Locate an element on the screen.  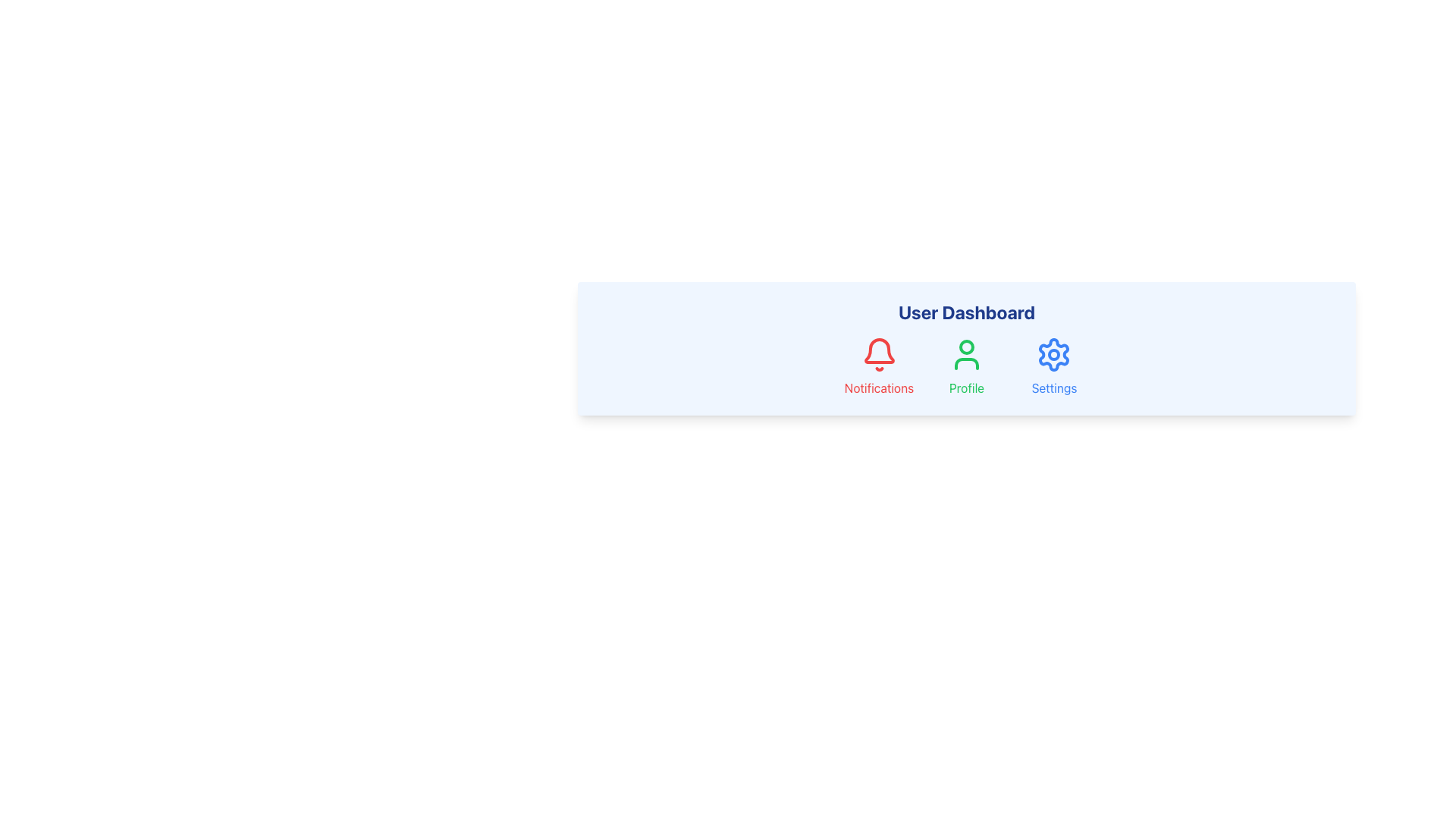
the graphical circle element located centrally within the settings icon in the navigation bar at the bottom of the user dashboard is located at coordinates (1053, 354).